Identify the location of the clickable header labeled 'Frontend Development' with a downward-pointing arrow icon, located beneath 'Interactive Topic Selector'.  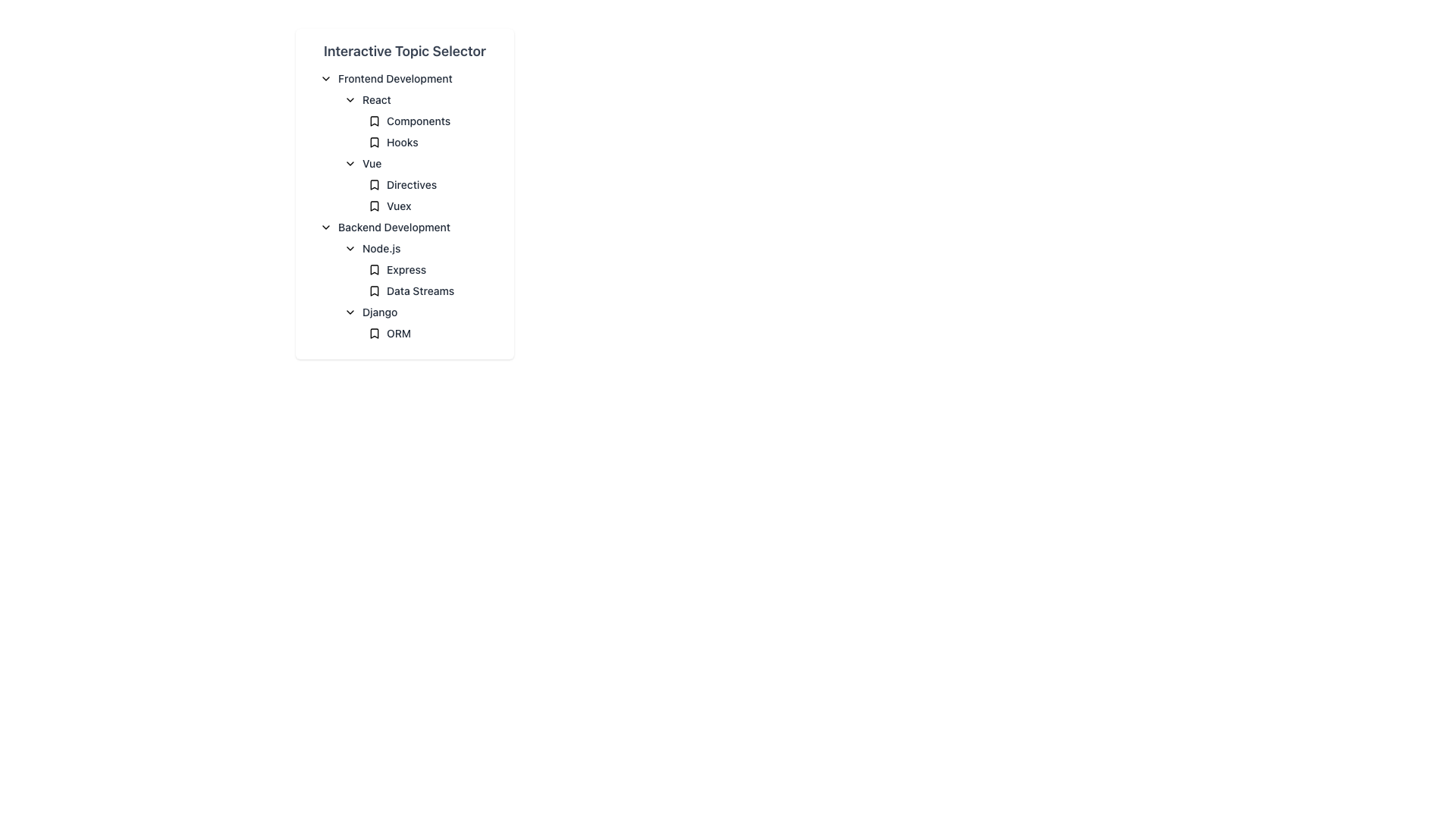
(411, 79).